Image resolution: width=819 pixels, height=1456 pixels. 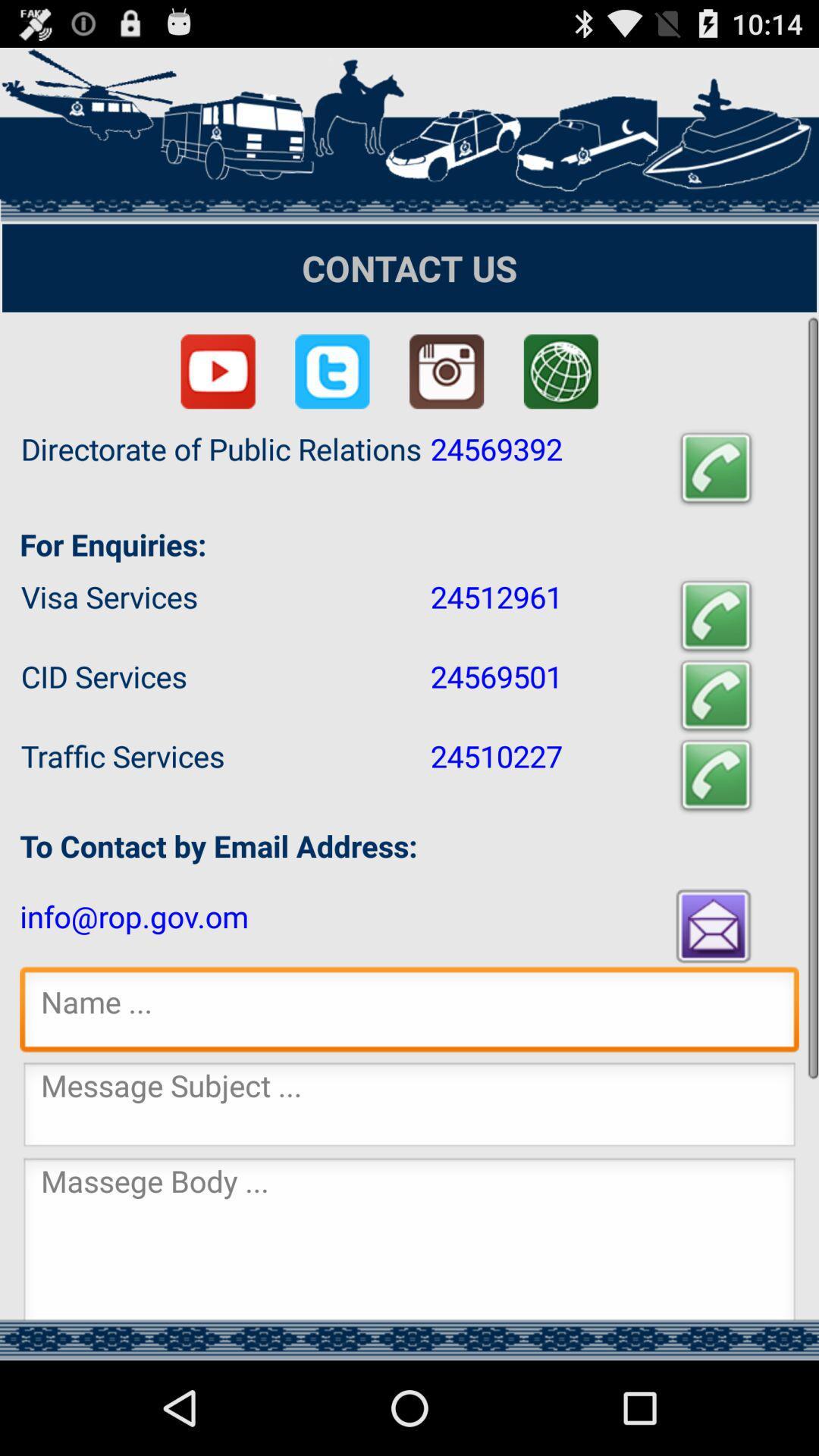 I want to click on icon above the 24569501 item, so click(x=716, y=616).